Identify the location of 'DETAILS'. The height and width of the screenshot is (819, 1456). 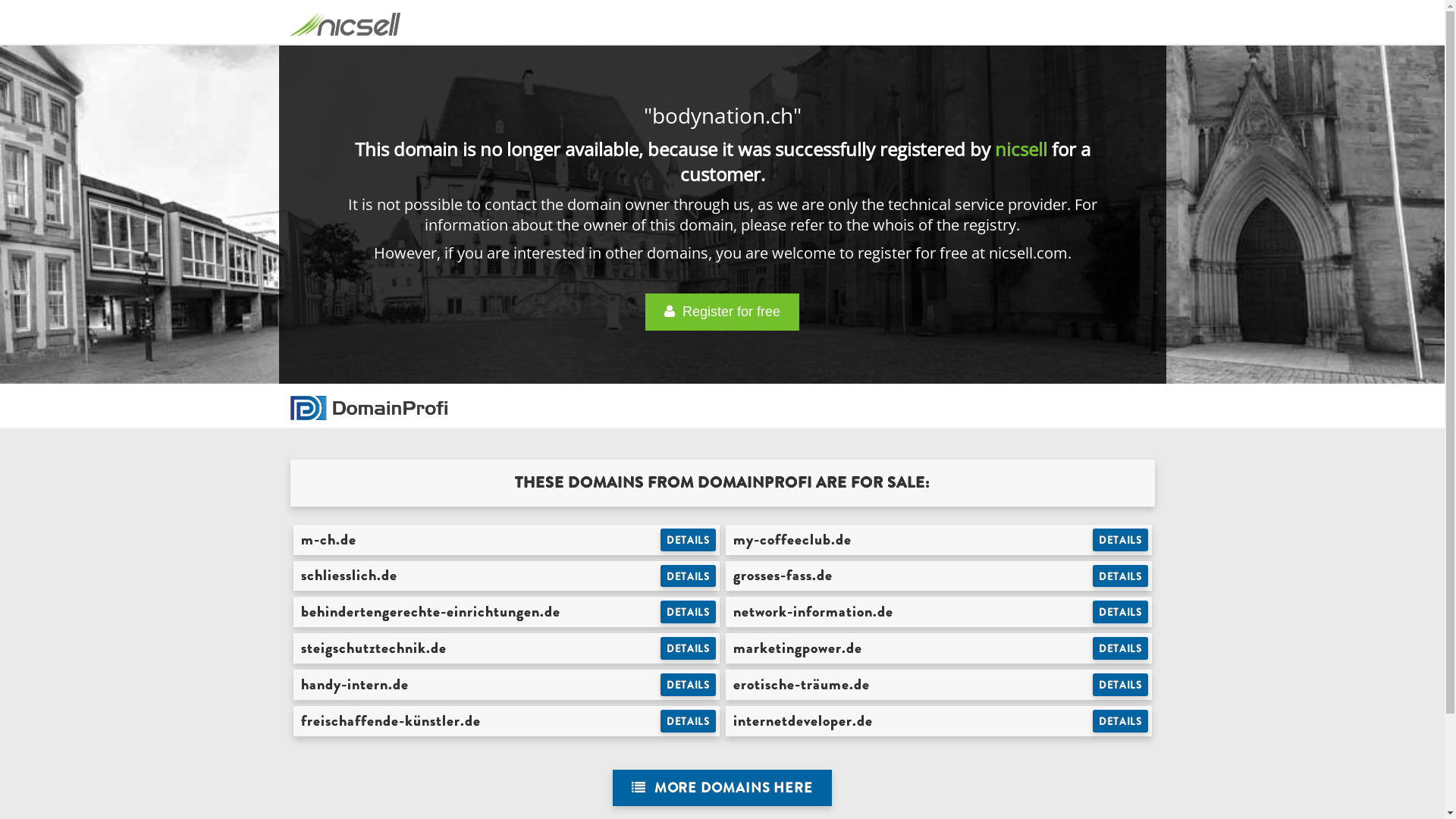
(1120, 610).